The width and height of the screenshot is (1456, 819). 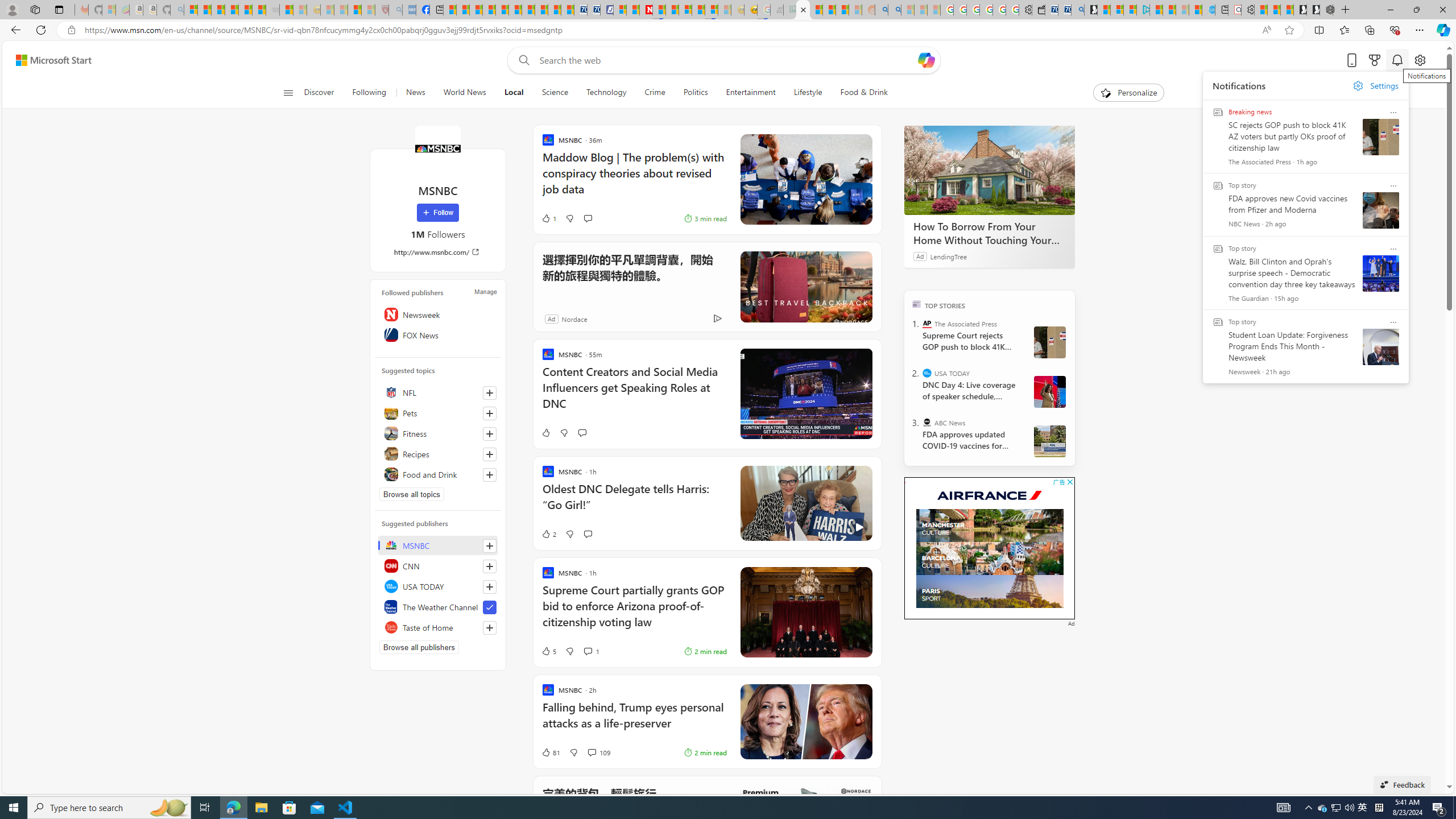 What do you see at coordinates (1207, 9) in the screenshot?
I see `'Home | Sky Blue Bikes - Sky Blue Bikes'` at bounding box center [1207, 9].